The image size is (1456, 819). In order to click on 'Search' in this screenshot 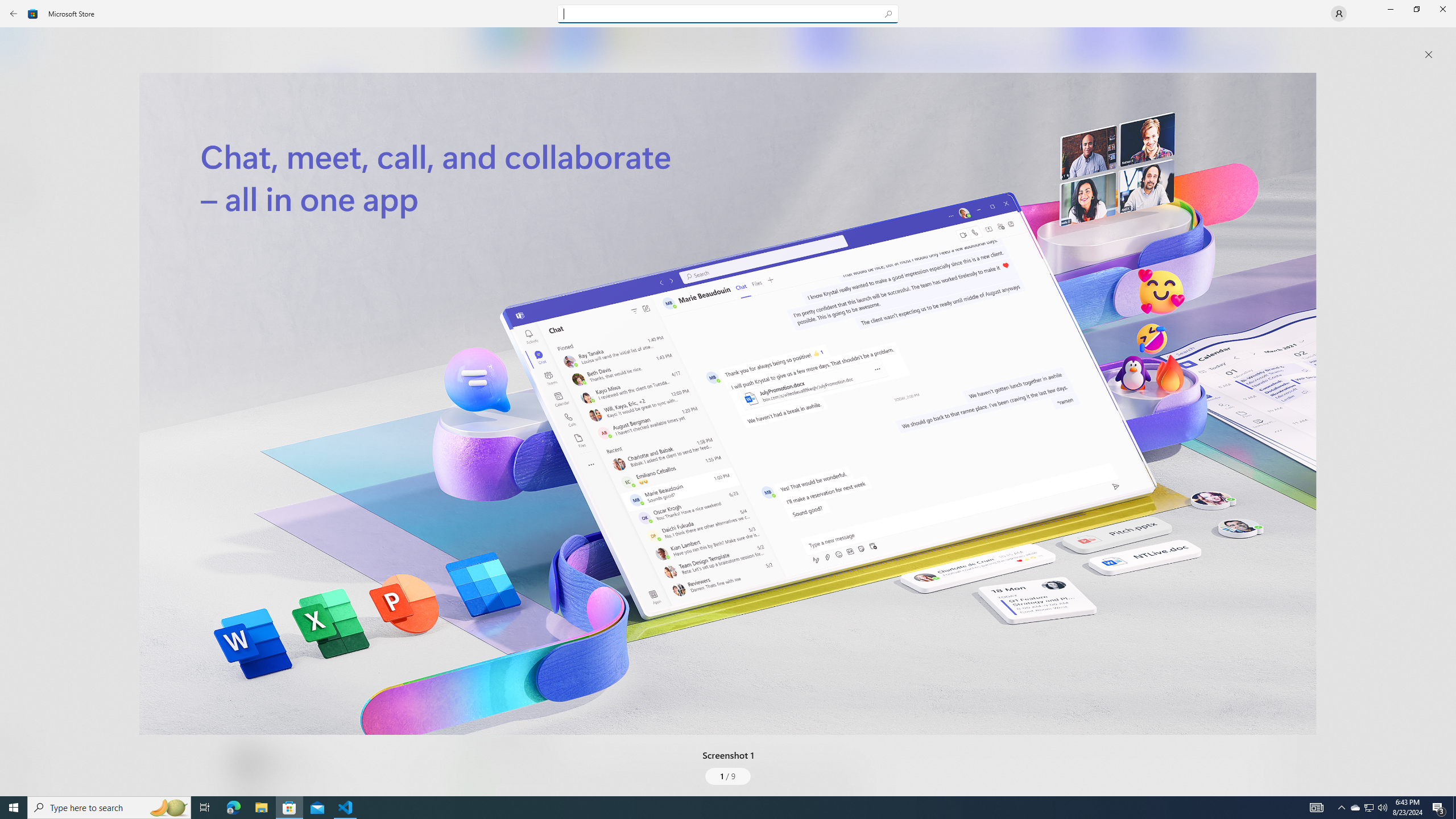, I will do `click(728, 13)`.